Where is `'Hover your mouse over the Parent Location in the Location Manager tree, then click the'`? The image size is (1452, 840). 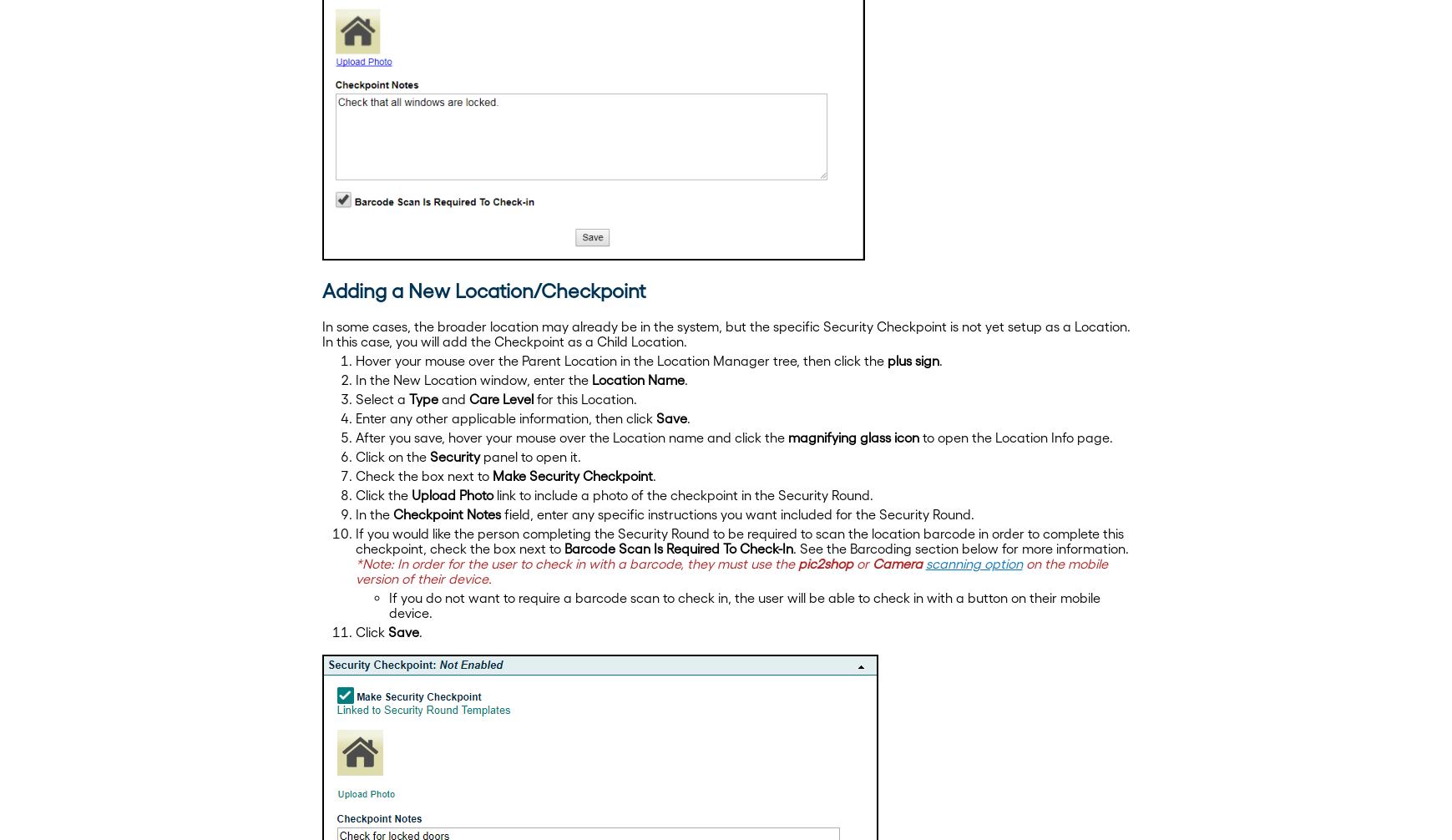 'Hover your mouse over the Parent Location in the Location Manager tree, then click the' is located at coordinates (620, 359).